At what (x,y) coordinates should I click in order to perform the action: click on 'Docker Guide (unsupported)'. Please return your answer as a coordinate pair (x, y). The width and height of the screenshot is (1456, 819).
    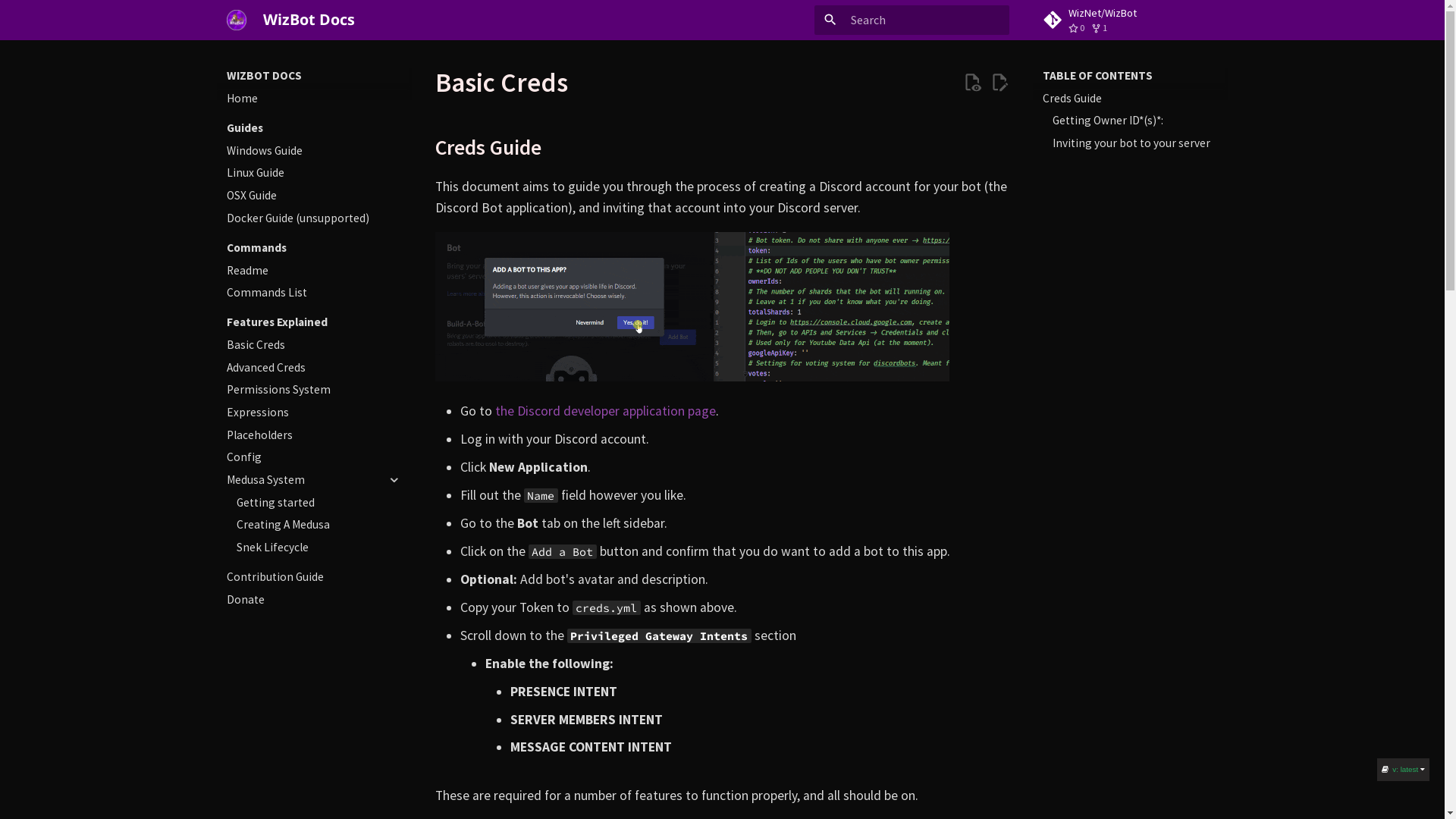
    Looking at the image, I should click on (313, 218).